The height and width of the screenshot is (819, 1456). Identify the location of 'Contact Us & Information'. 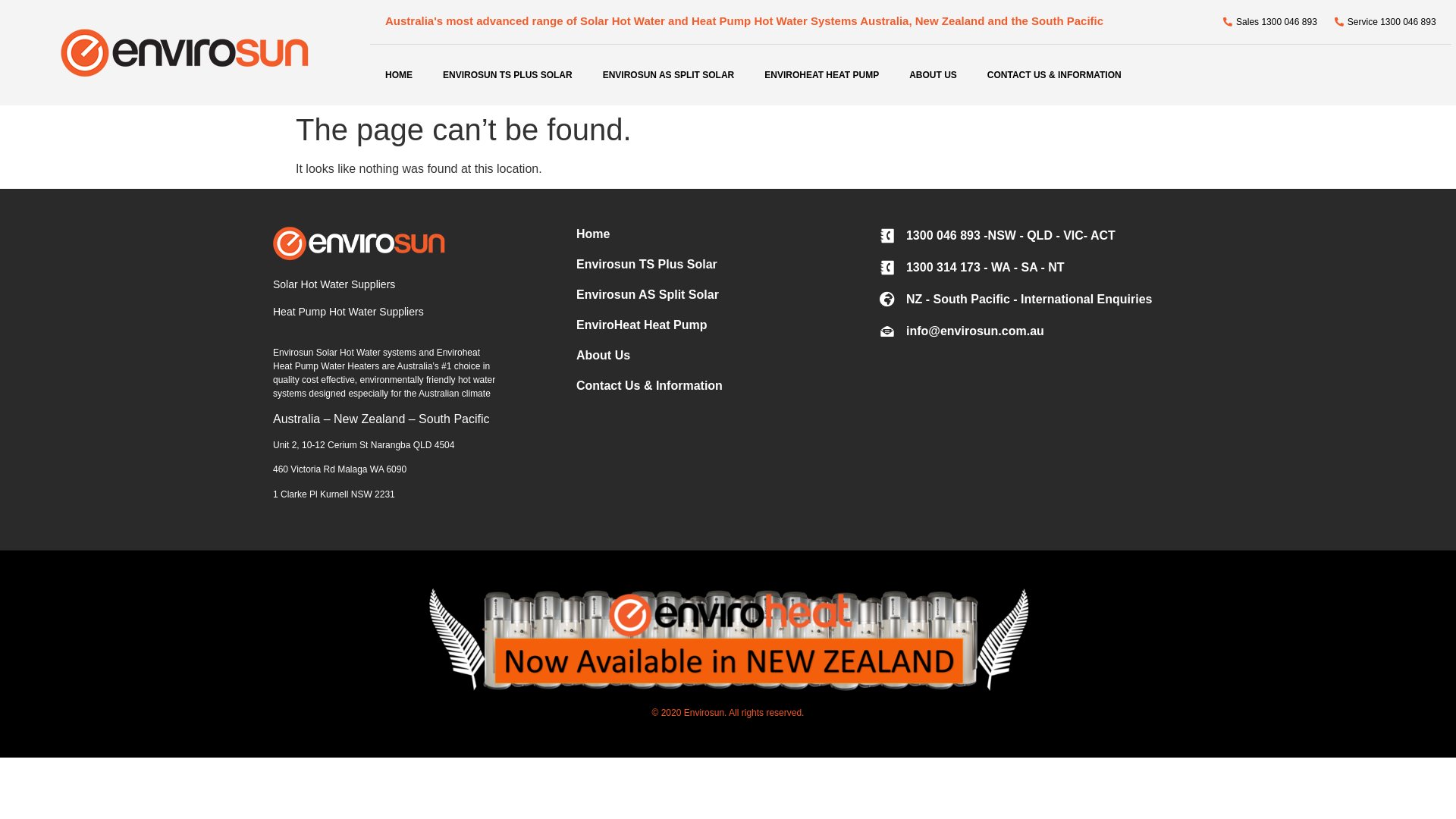
(728, 385).